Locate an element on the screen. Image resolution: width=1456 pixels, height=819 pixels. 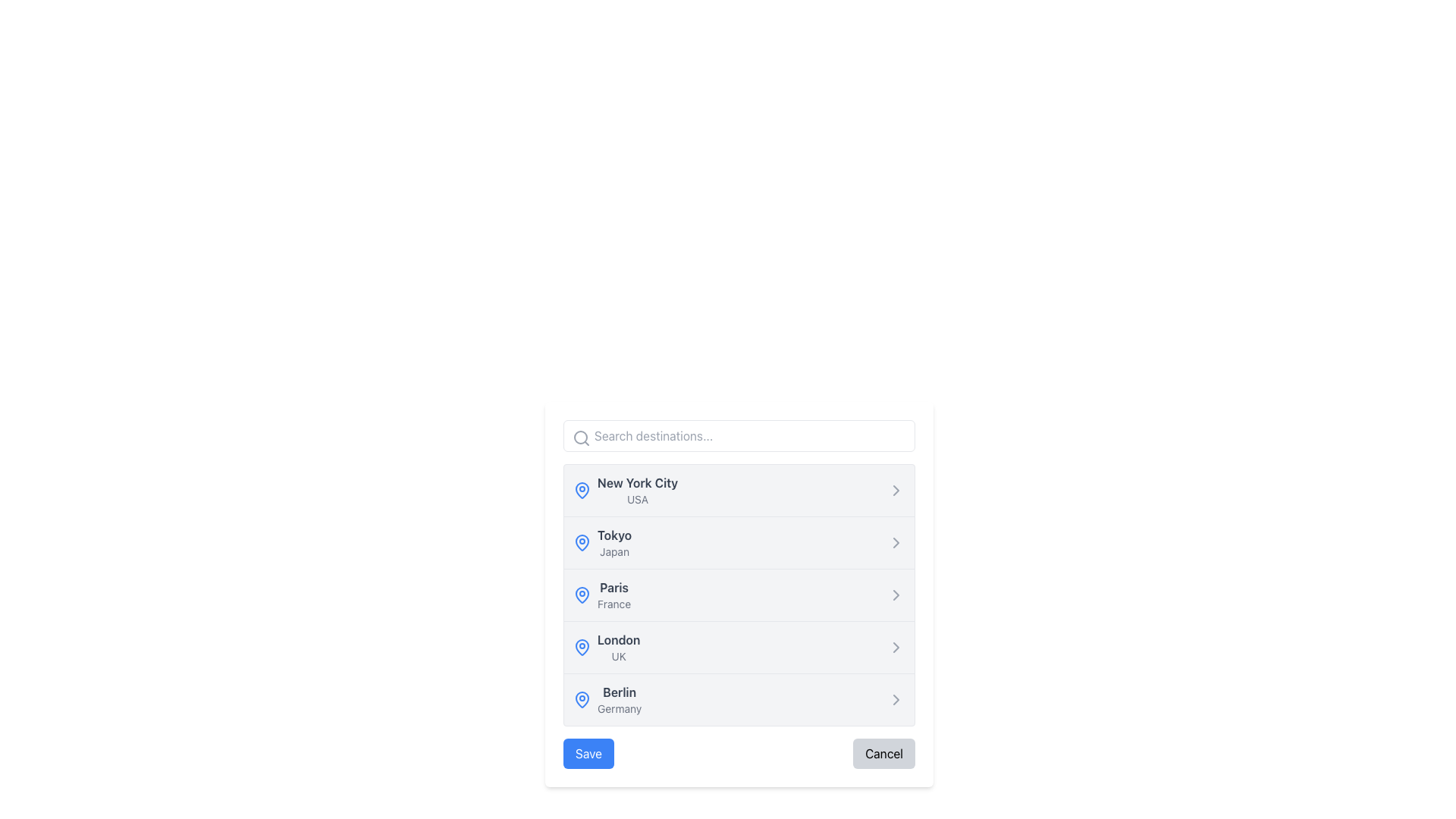
the graphical representation of the location pin icon for 'London UK' in the fourth item of the vertical list is located at coordinates (582, 646).